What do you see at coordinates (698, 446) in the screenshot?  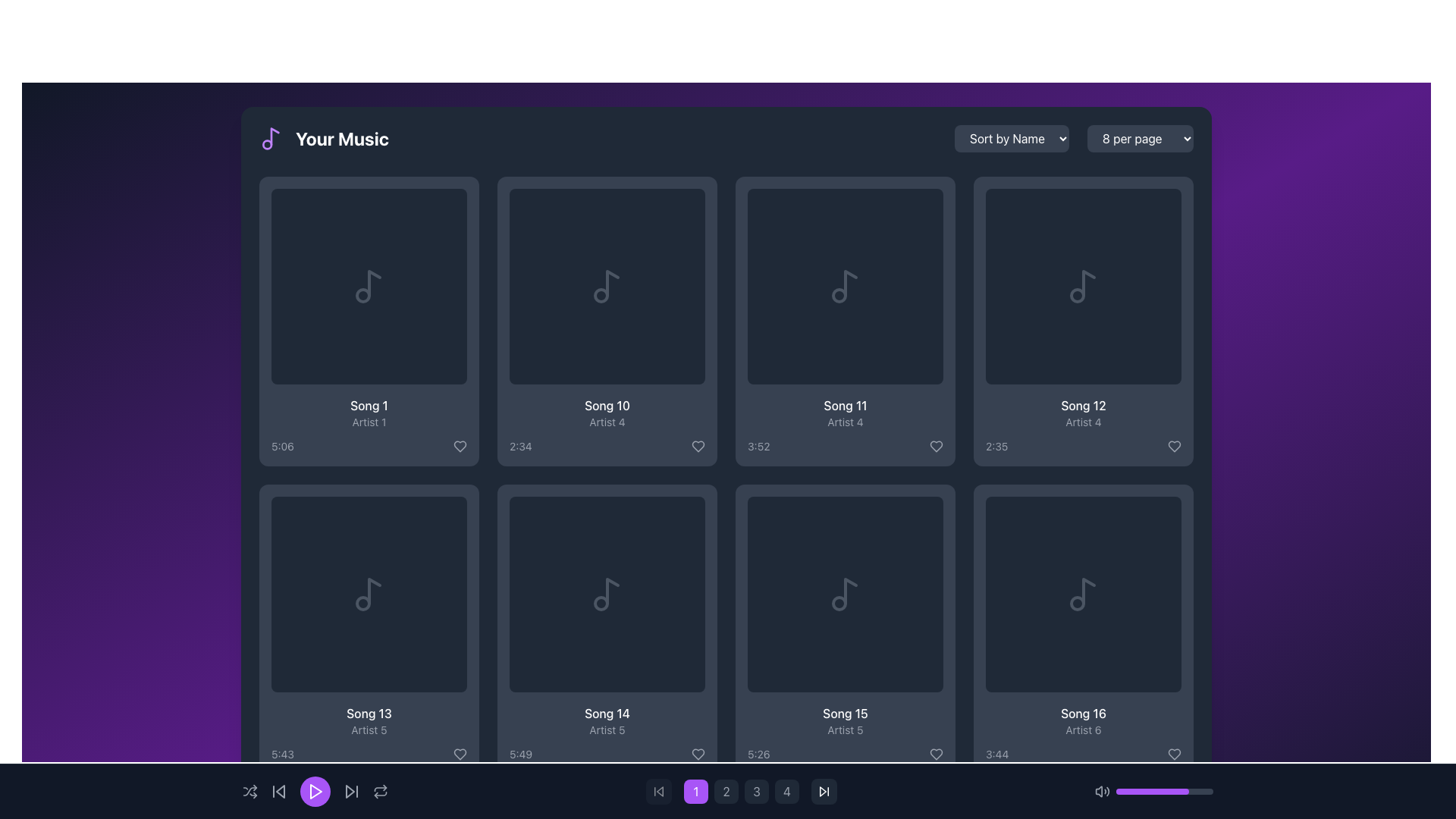 I see `the heart icon located in the bottom-right corner of the 'Song 10' card by 'Artist 4'` at bounding box center [698, 446].